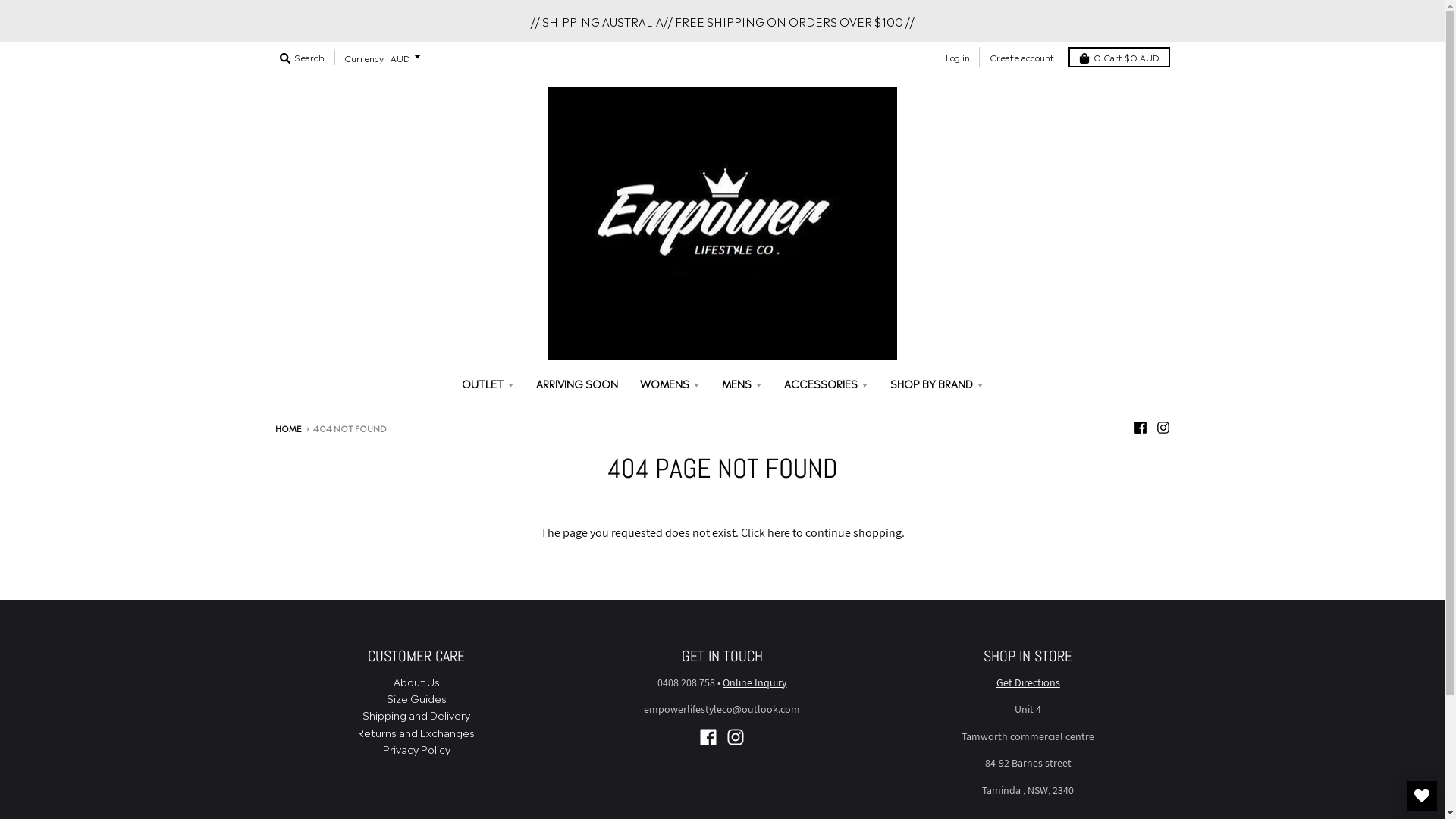  What do you see at coordinates (735, 736) in the screenshot?
I see `'Instagram - Empower Lifestyle '` at bounding box center [735, 736].